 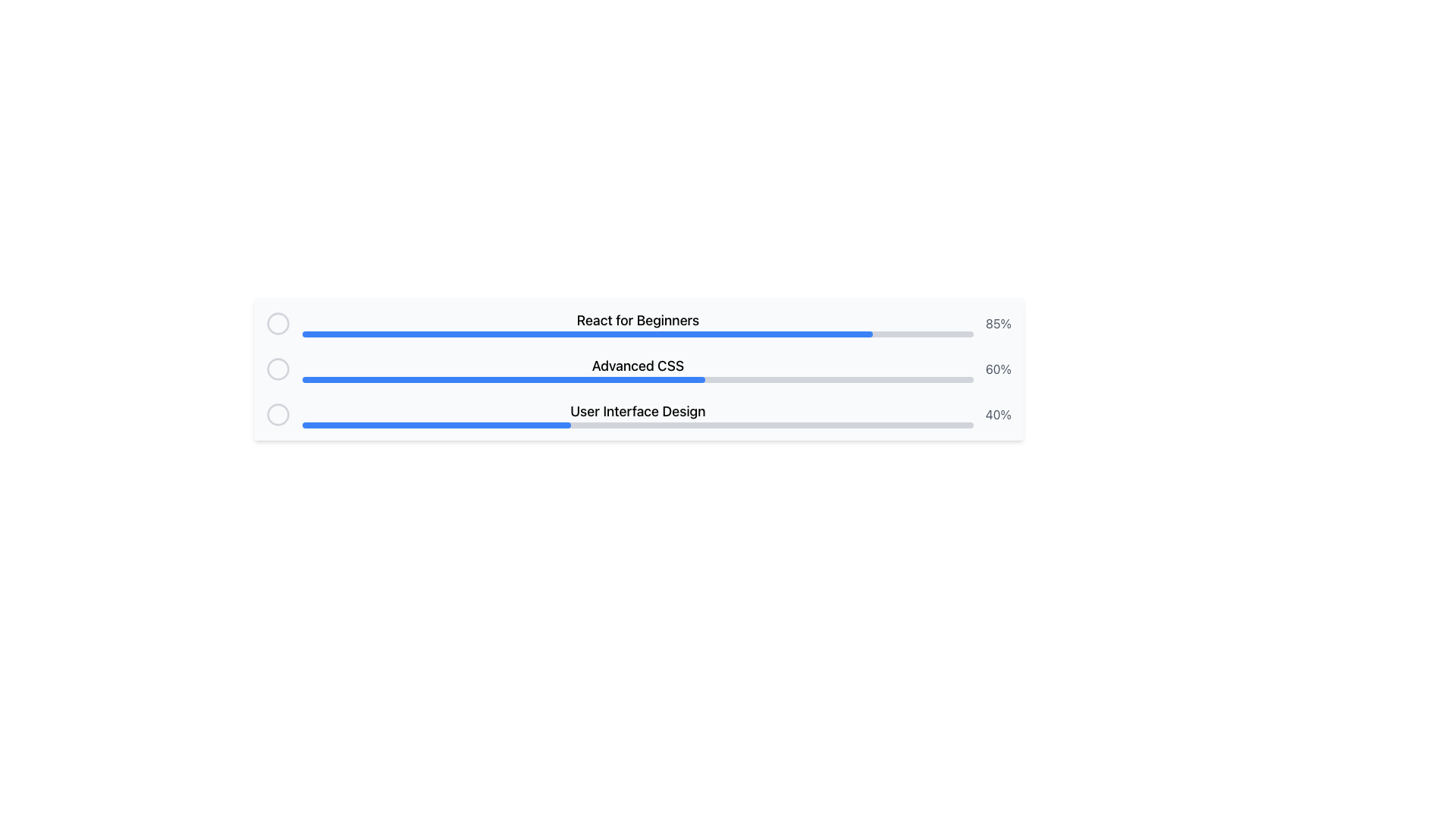 What do you see at coordinates (638, 412) in the screenshot?
I see `the text label element displaying 'User Interface Design' which is located directly above a gray progress bar in the third section of a vertical stack` at bounding box center [638, 412].